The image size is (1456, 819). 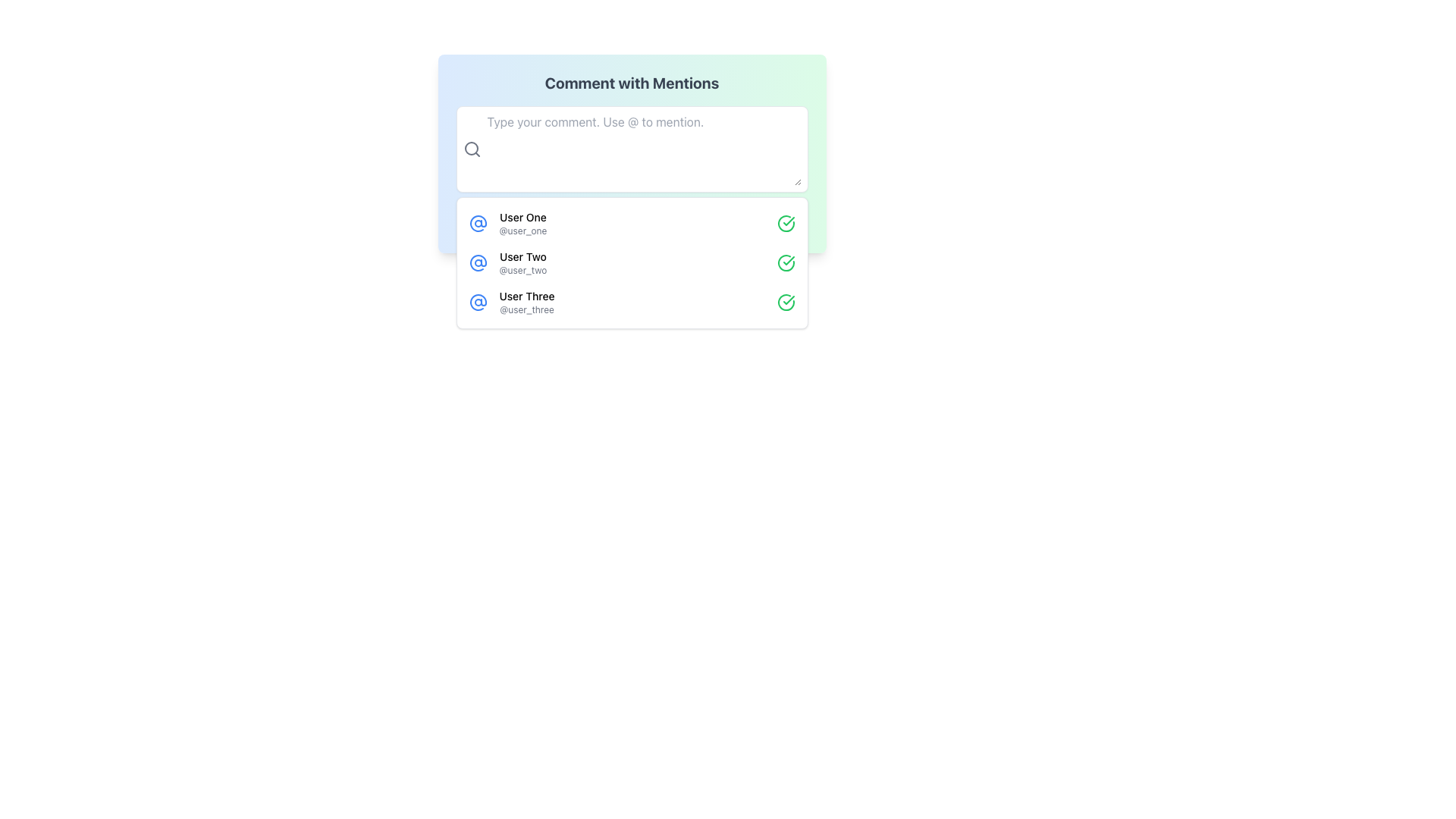 I want to click on the user mention icon within the 'Comment with Mentions' input area, which is the second graphical icon aligned with the '@' symbol, so click(x=477, y=223).